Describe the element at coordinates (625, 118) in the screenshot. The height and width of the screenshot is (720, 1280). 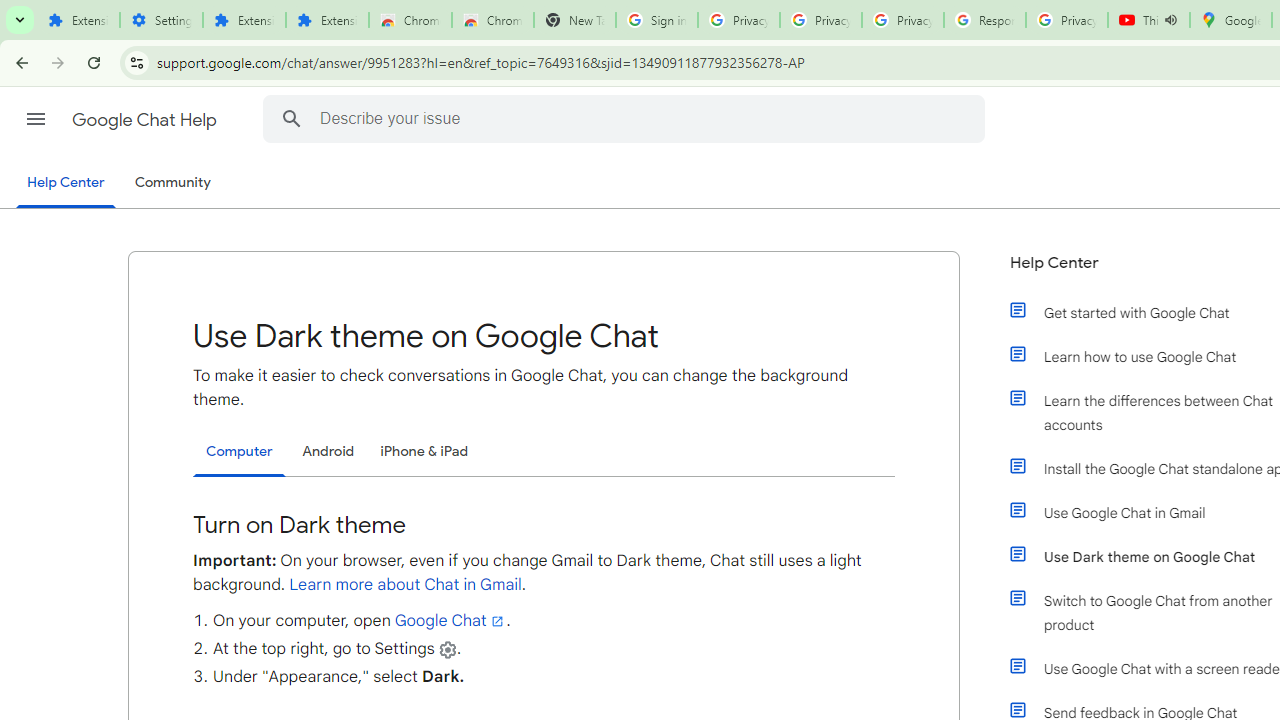
I see `'Describe your issue'` at that location.